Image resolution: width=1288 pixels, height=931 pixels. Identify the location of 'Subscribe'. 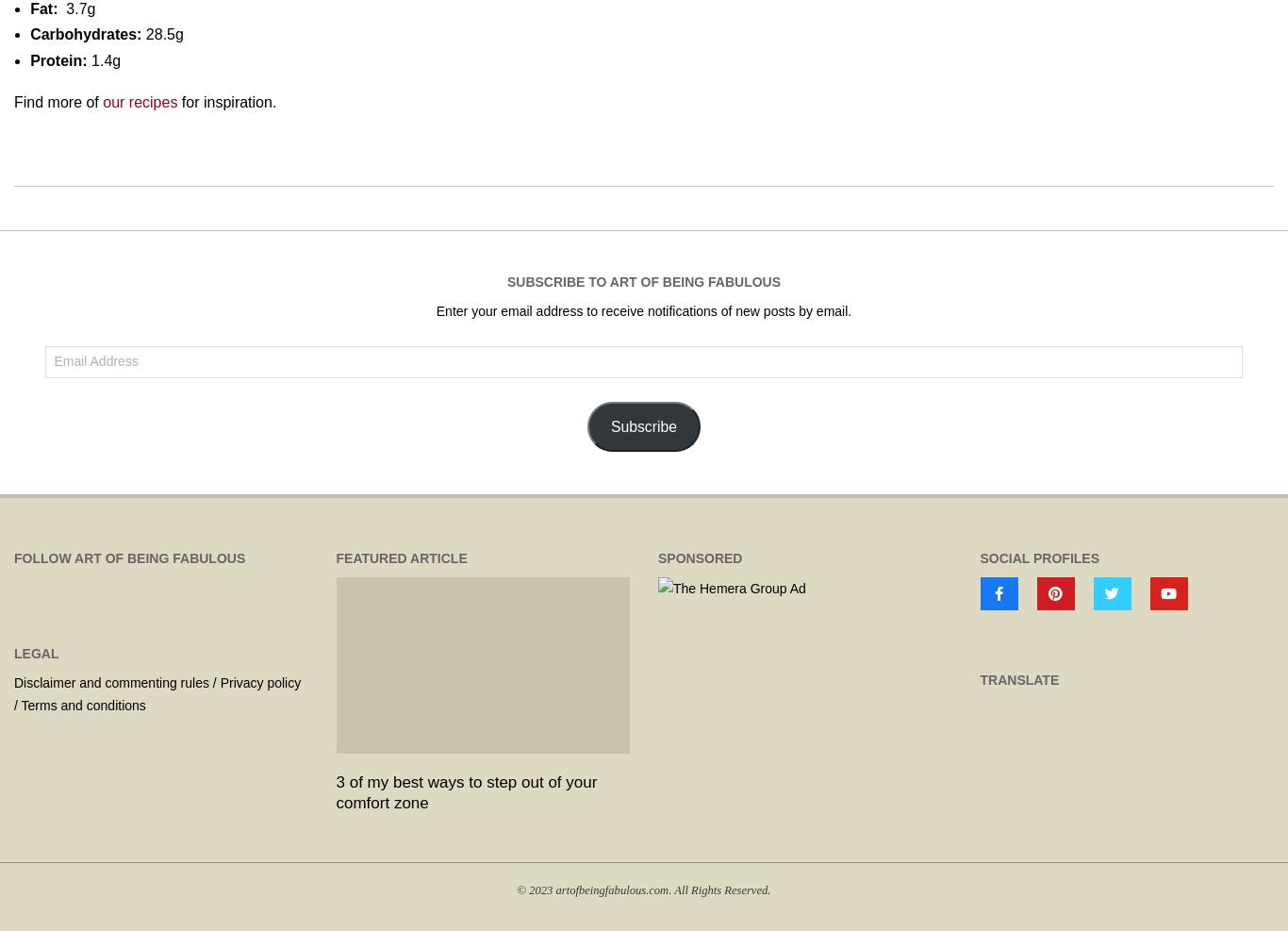
(642, 424).